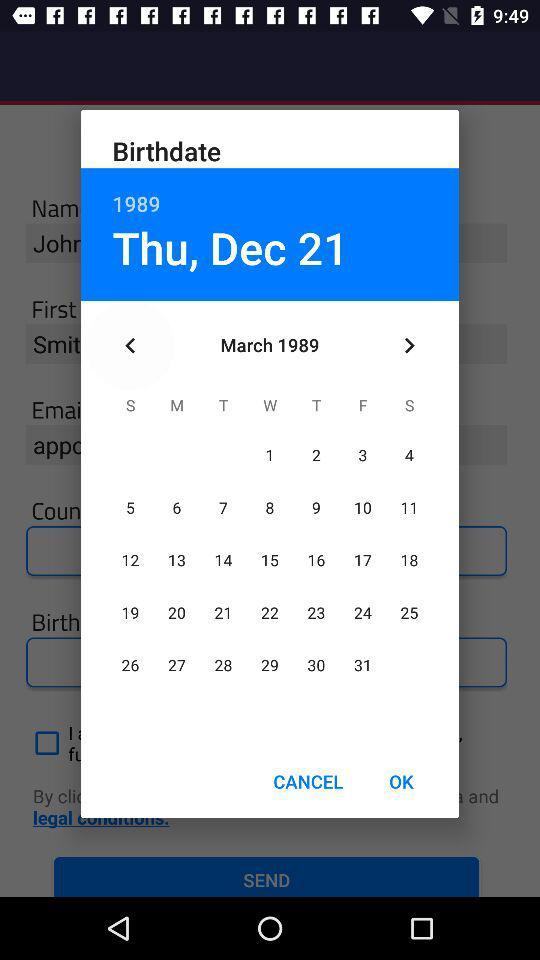 The height and width of the screenshot is (960, 540). I want to click on item below 1989 item, so click(408, 345).